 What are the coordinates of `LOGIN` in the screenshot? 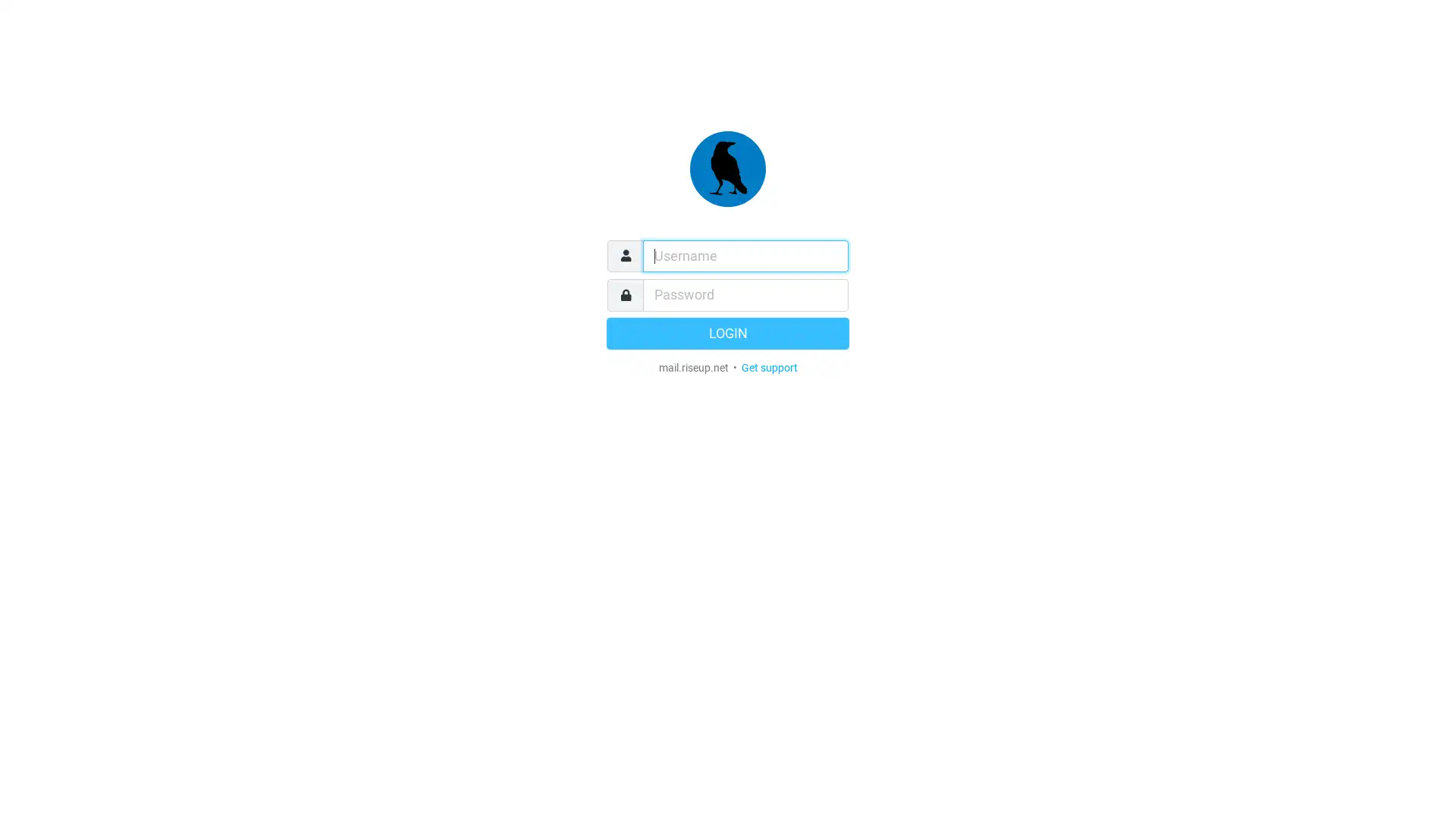 It's located at (728, 332).